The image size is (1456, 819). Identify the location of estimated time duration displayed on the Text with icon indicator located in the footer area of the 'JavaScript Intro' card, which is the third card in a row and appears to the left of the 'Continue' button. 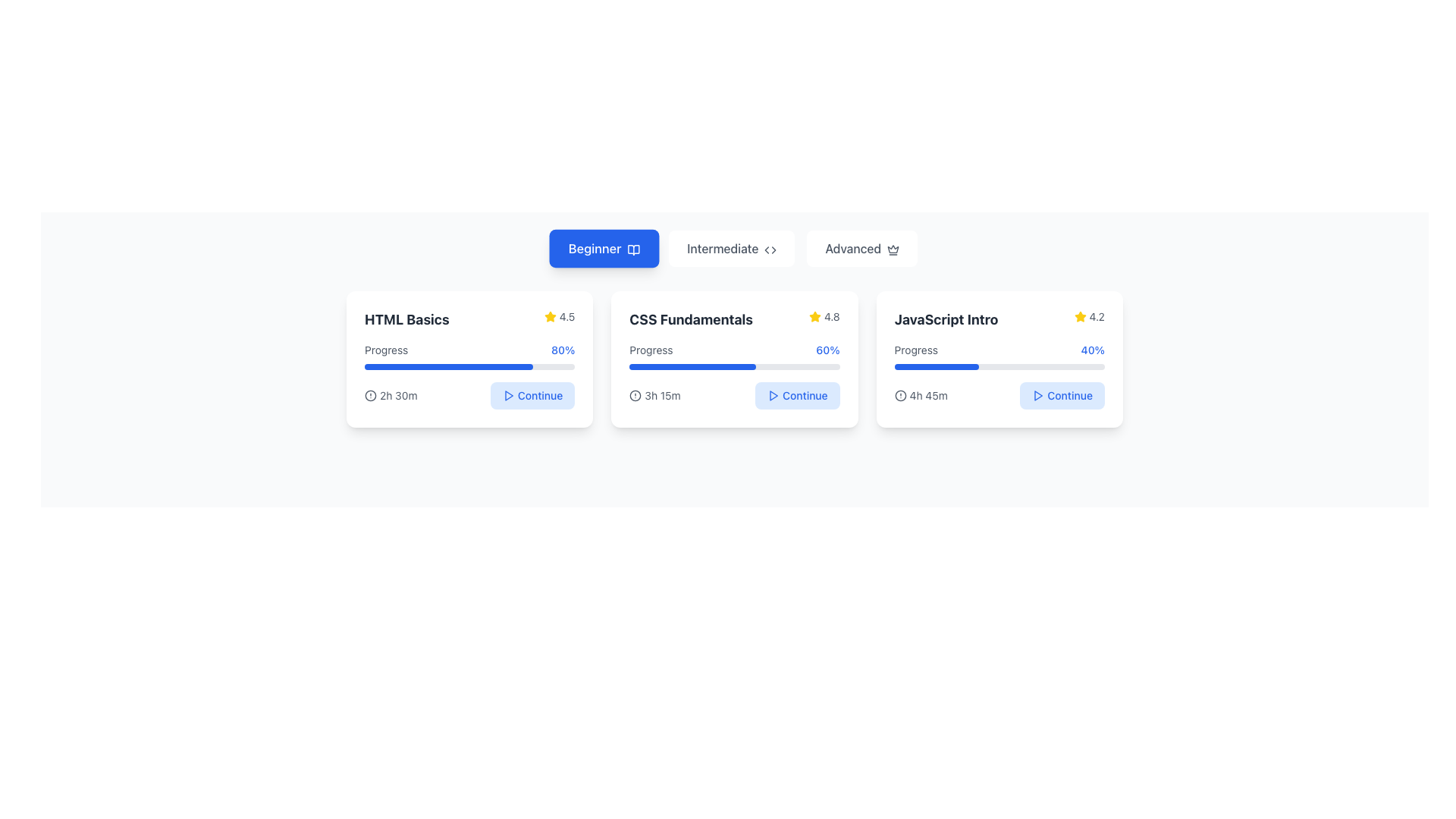
(920, 394).